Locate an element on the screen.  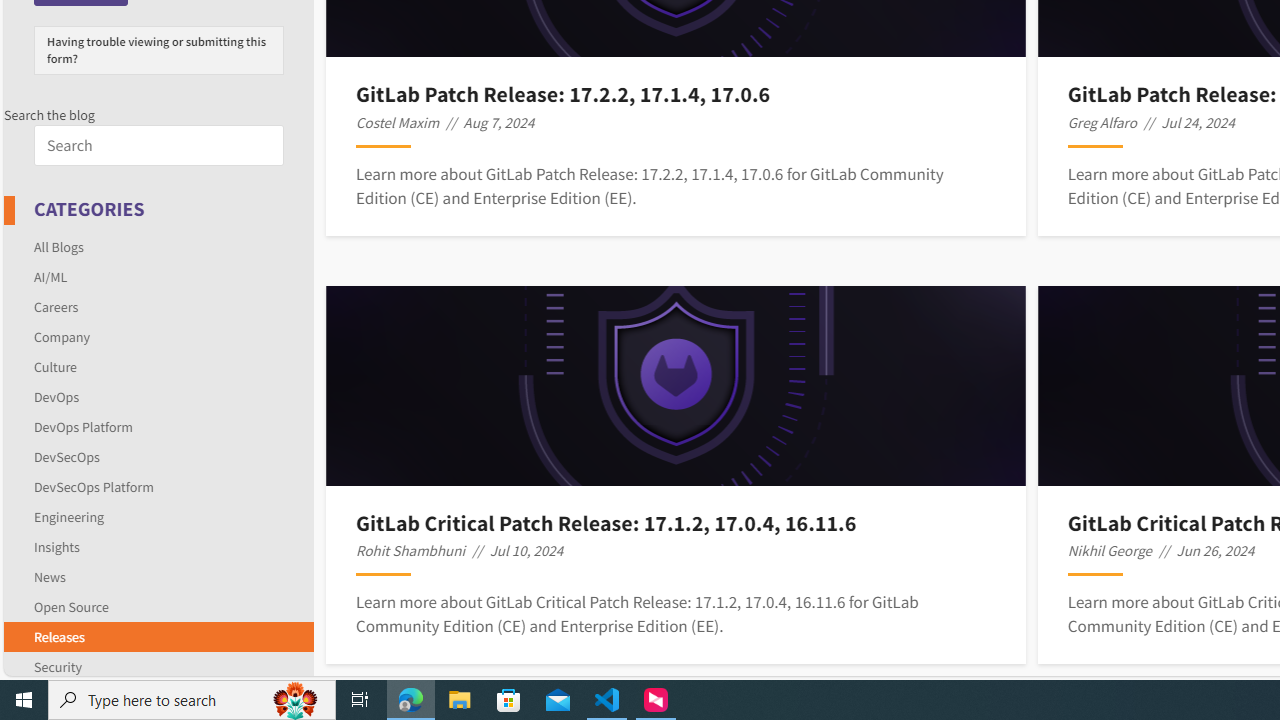
'Releases' is located at coordinates (157, 636).